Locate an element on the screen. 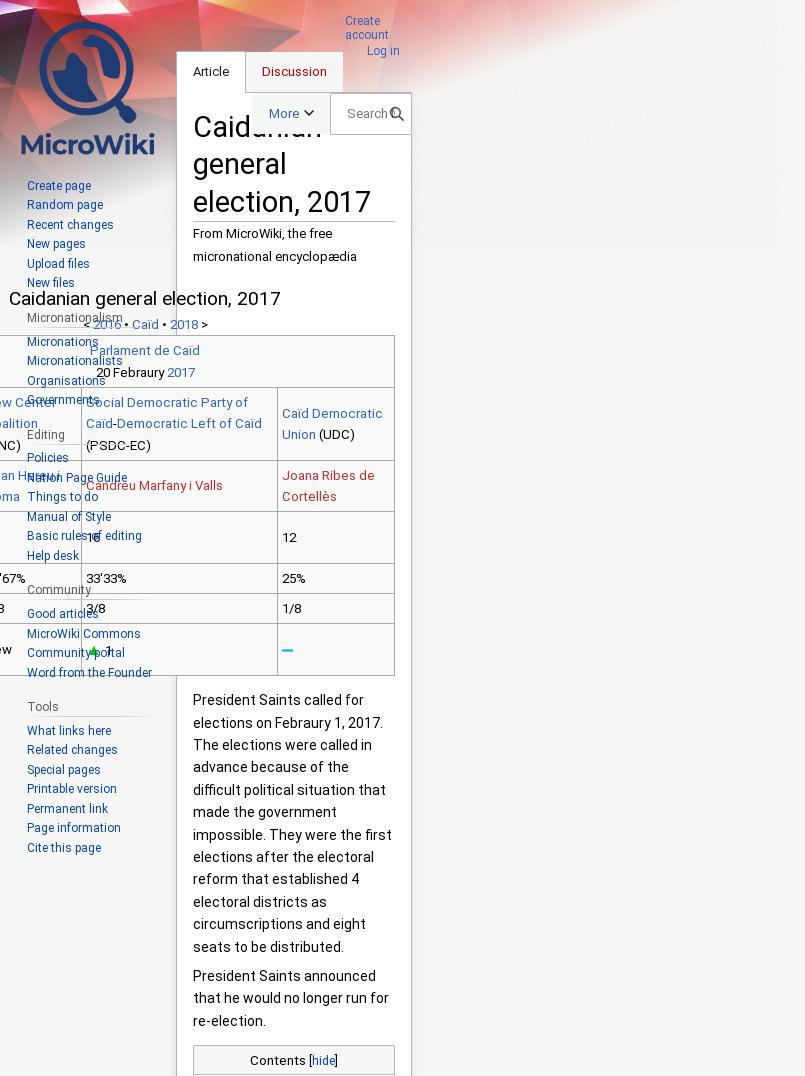 This screenshot has height=1076, width=805. '3/8' is located at coordinates (84, 608).